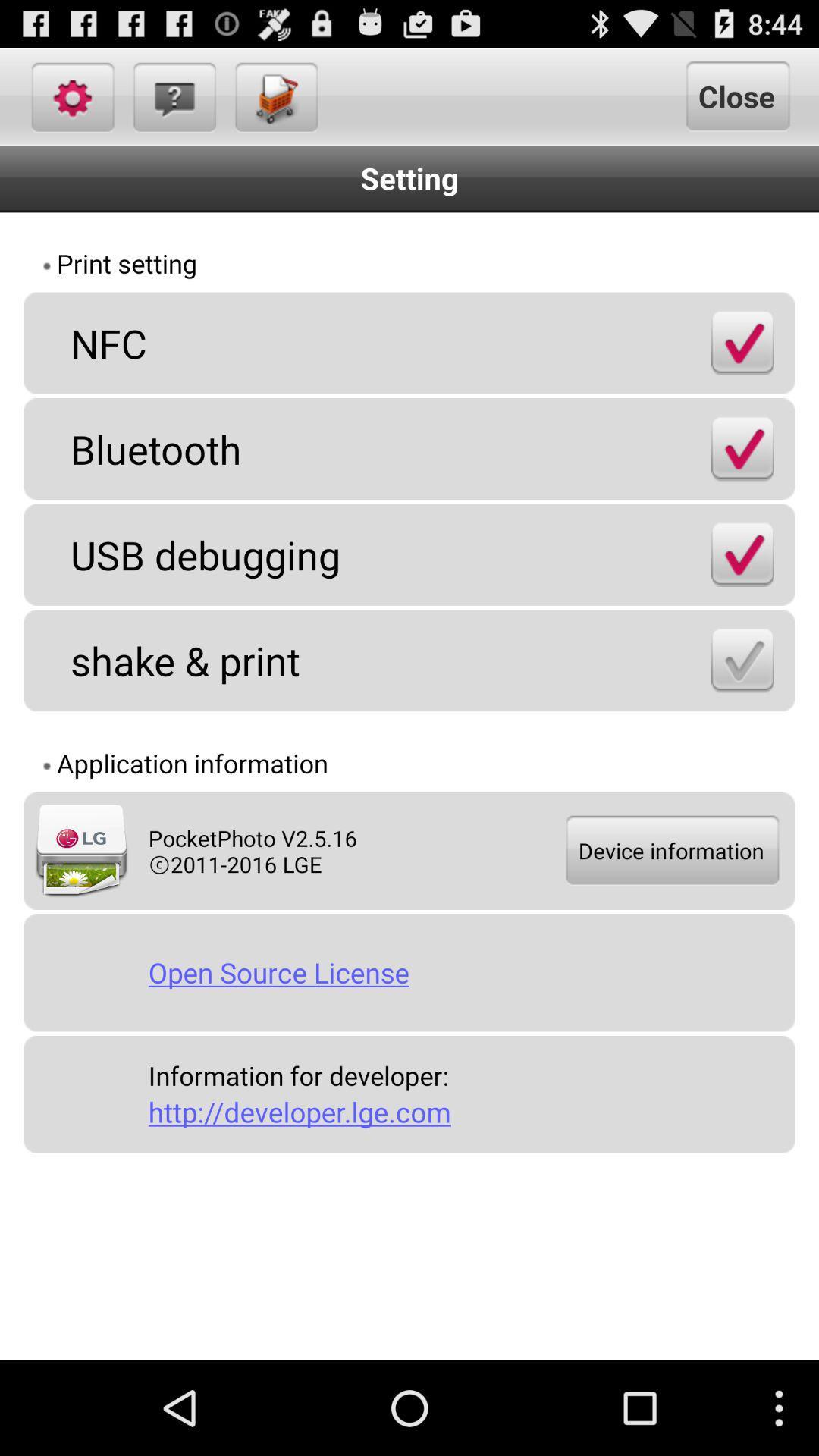 The image size is (819, 1456). I want to click on icon above setting, so click(275, 96).